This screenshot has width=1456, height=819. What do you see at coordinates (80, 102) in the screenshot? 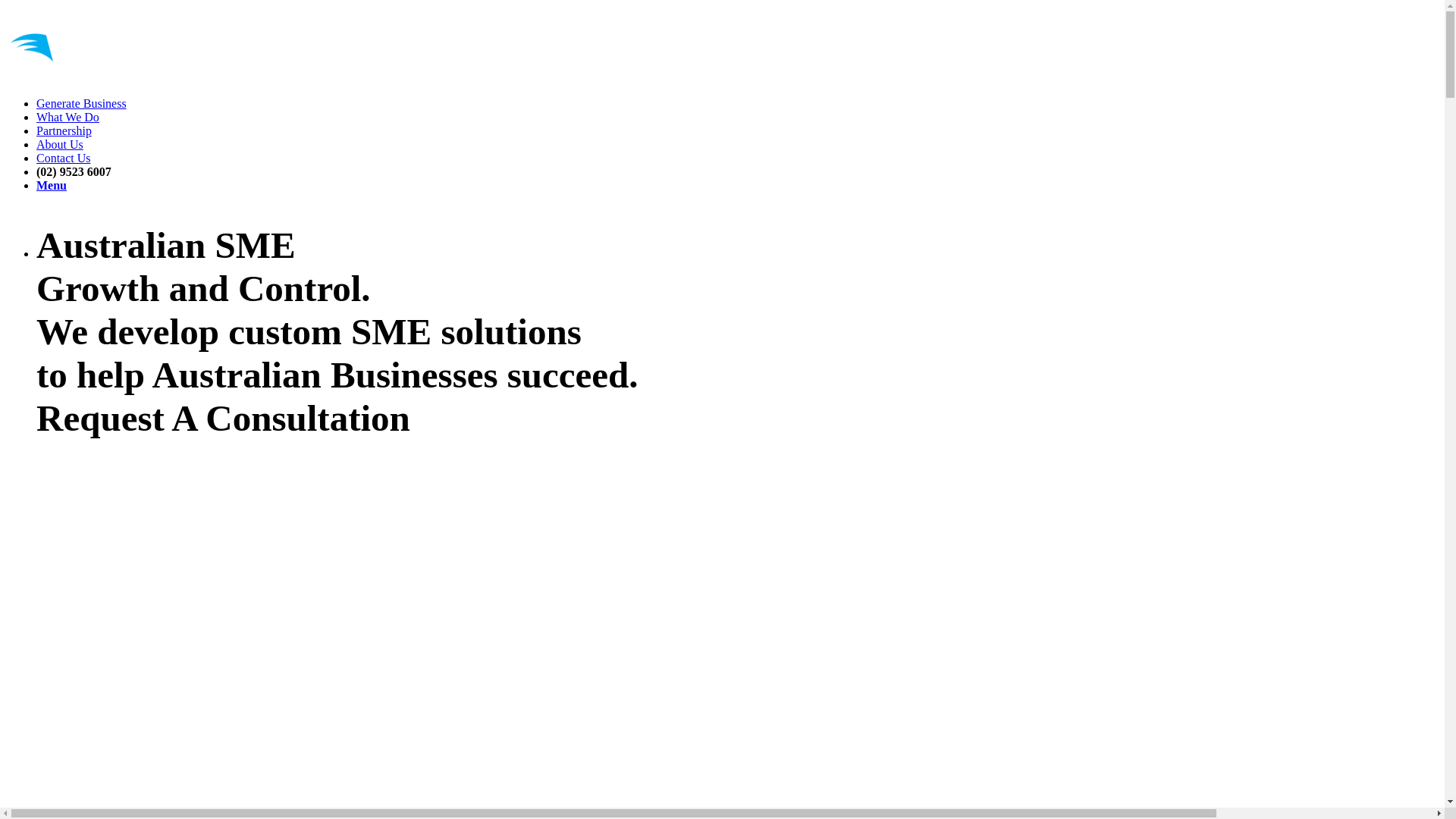
I see `'Generate Business'` at bounding box center [80, 102].